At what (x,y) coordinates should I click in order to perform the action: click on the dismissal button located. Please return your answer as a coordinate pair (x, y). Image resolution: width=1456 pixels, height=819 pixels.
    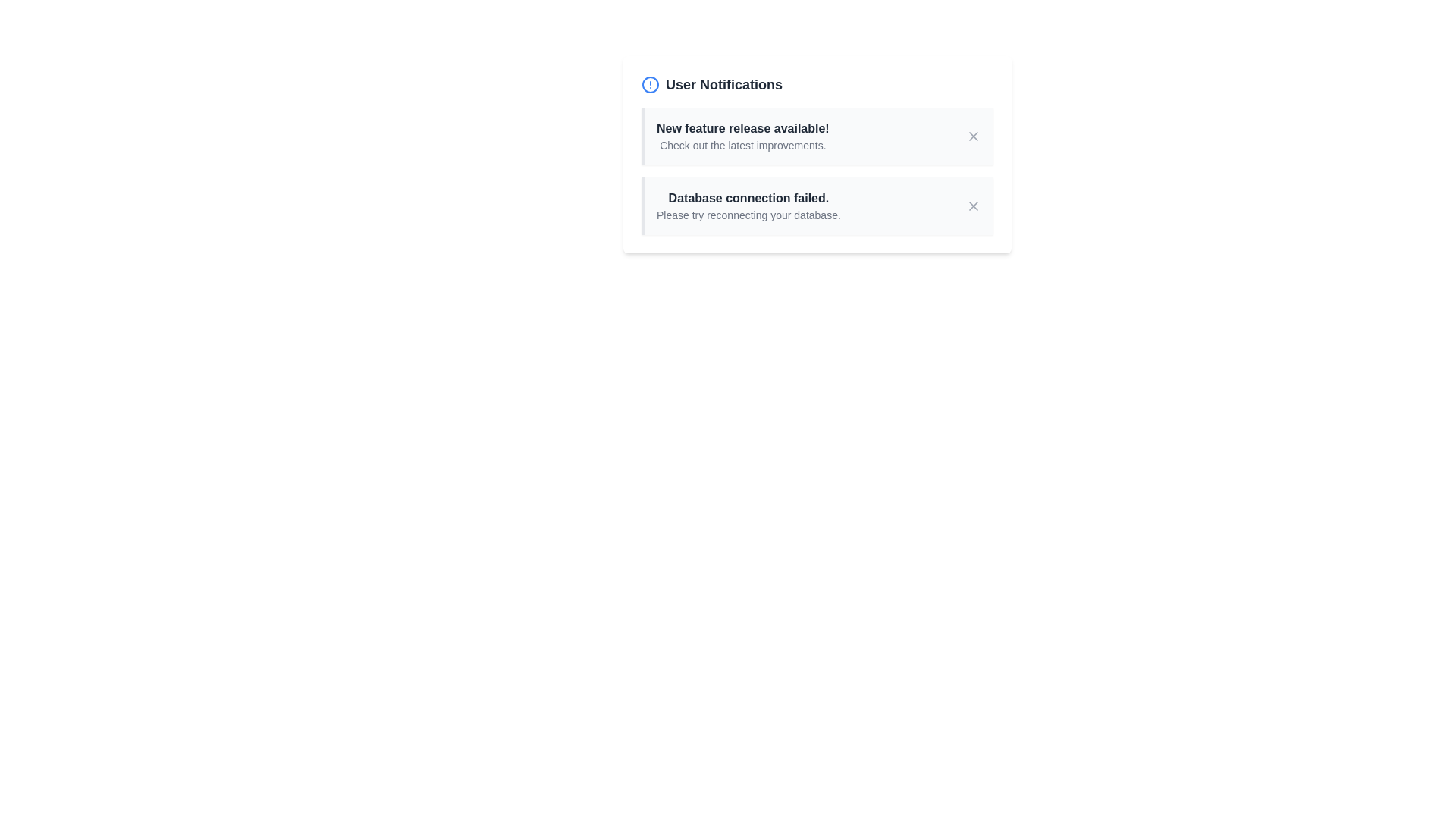
    Looking at the image, I should click on (973, 206).